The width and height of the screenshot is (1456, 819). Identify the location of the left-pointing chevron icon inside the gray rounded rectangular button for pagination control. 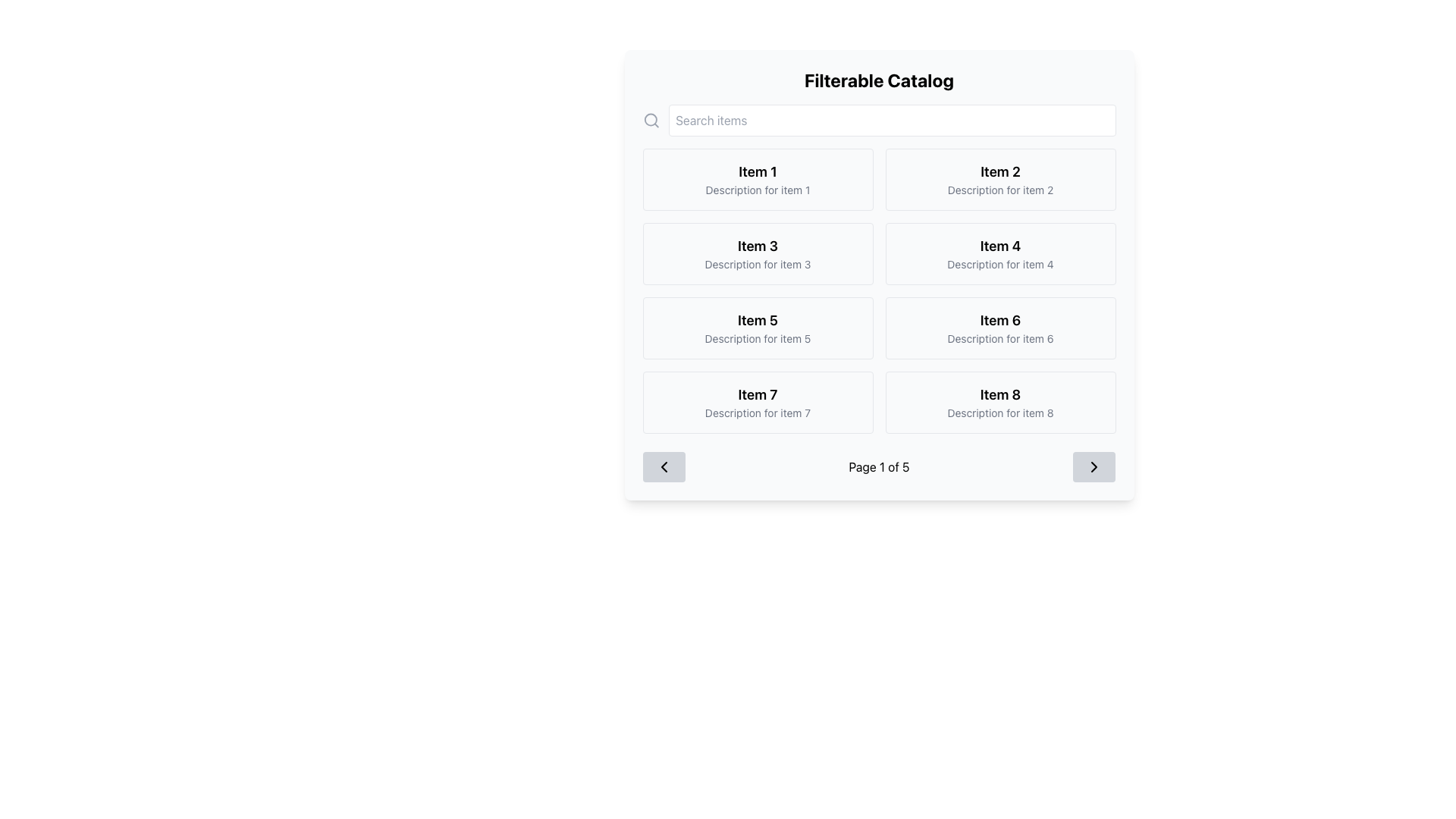
(664, 466).